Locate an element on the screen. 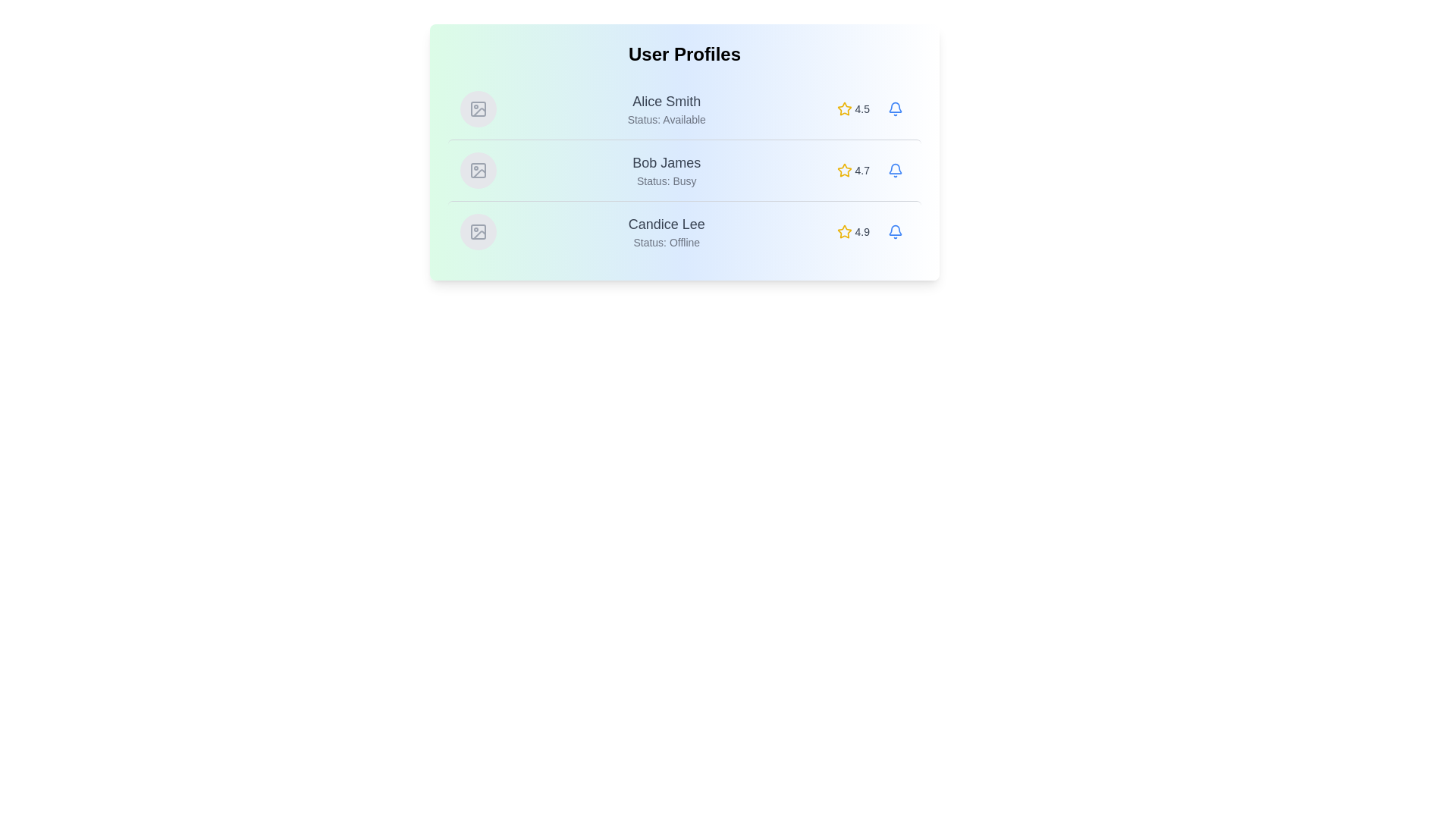 The width and height of the screenshot is (1456, 819). the popularity score of Bob James to view their popularity details is located at coordinates (852, 170).